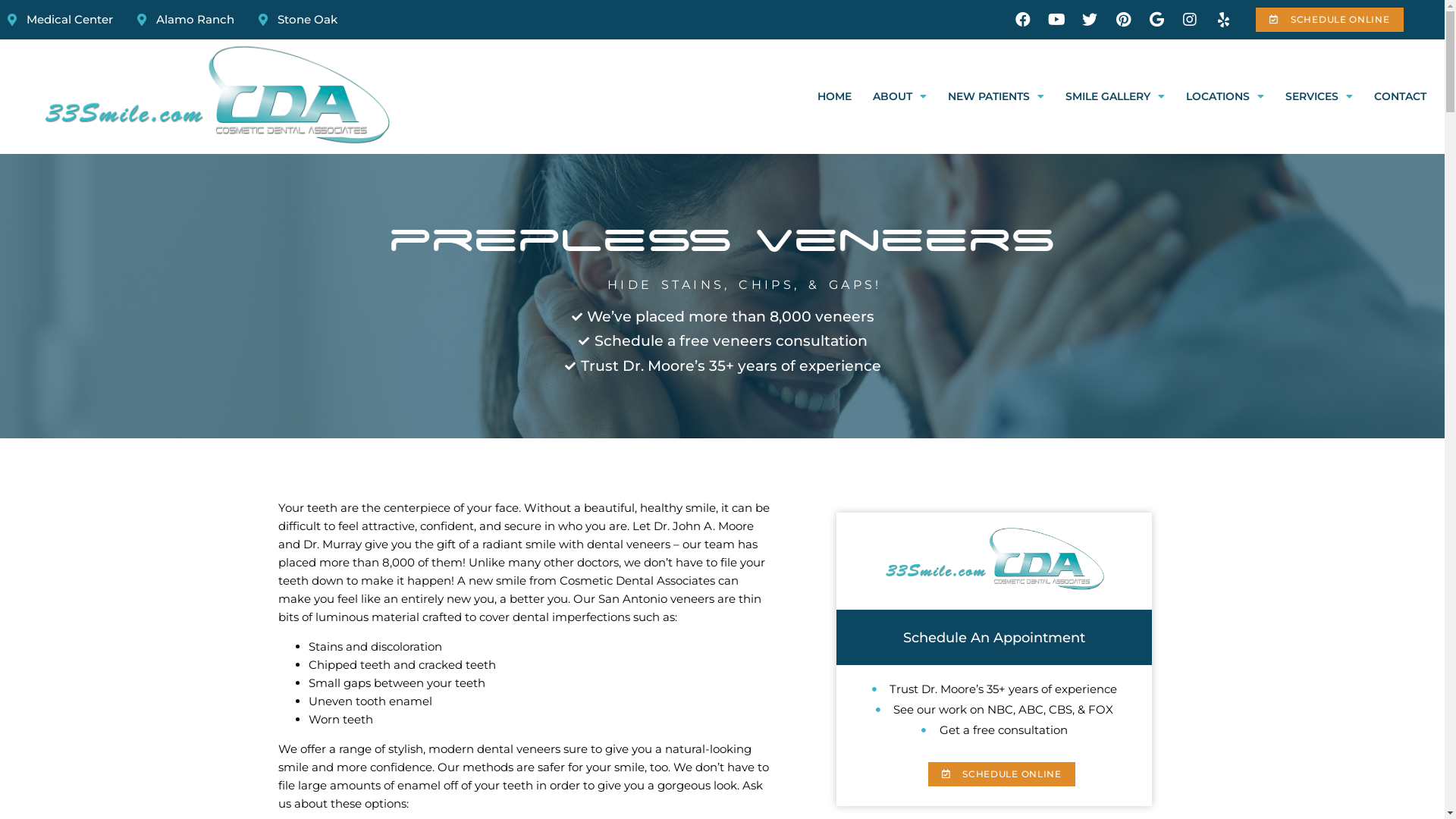 The width and height of the screenshot is (1456, 819). Describe the element at coordinates (1318, 96) in the screenshot. I see `'SERVICES'` at that location.